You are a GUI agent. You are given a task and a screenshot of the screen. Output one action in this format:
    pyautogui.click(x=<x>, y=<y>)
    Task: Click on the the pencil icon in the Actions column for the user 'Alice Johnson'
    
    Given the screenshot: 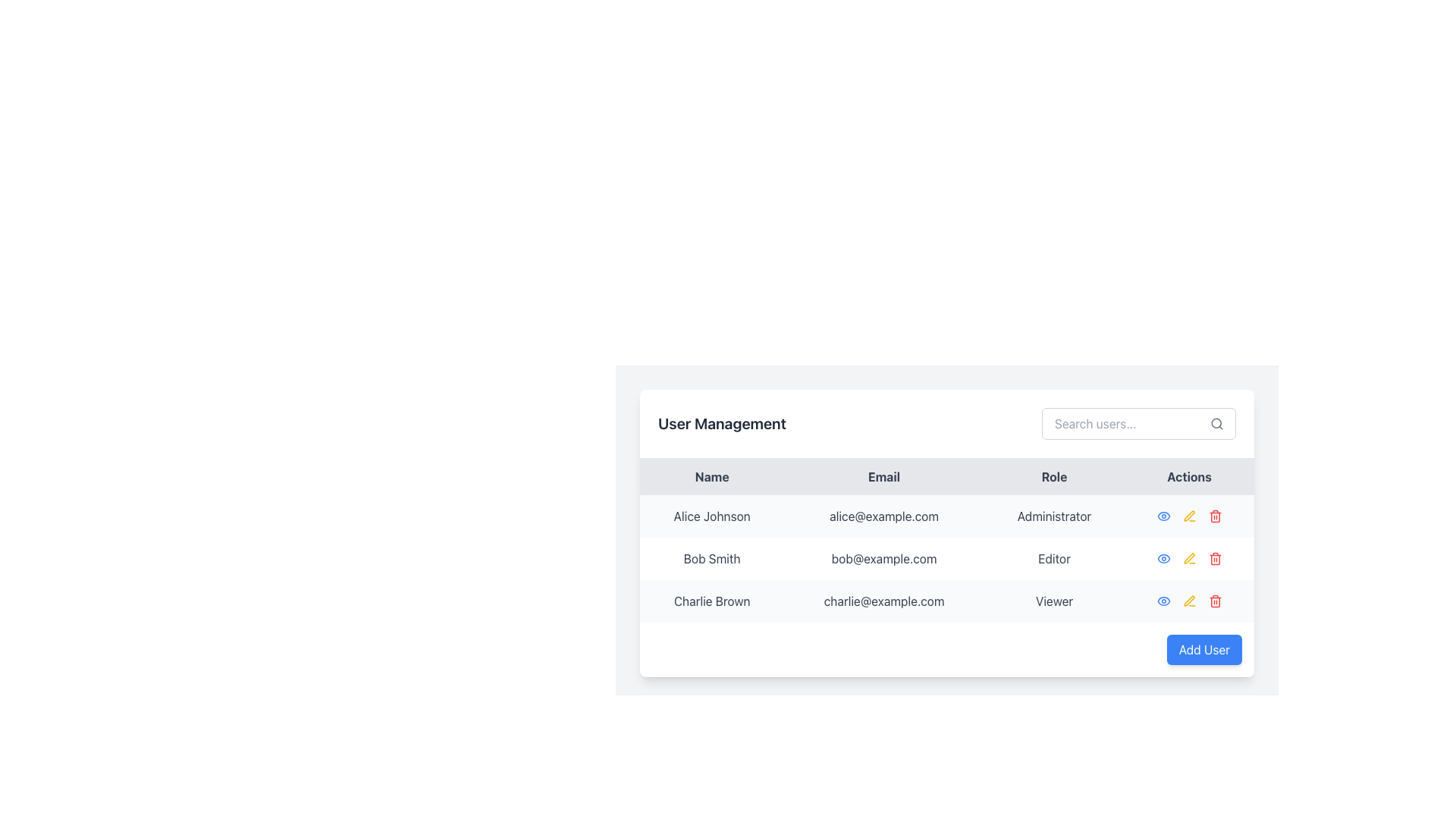 What is the action you would take?
    pyautogui.click(x=1188, y=515)
    